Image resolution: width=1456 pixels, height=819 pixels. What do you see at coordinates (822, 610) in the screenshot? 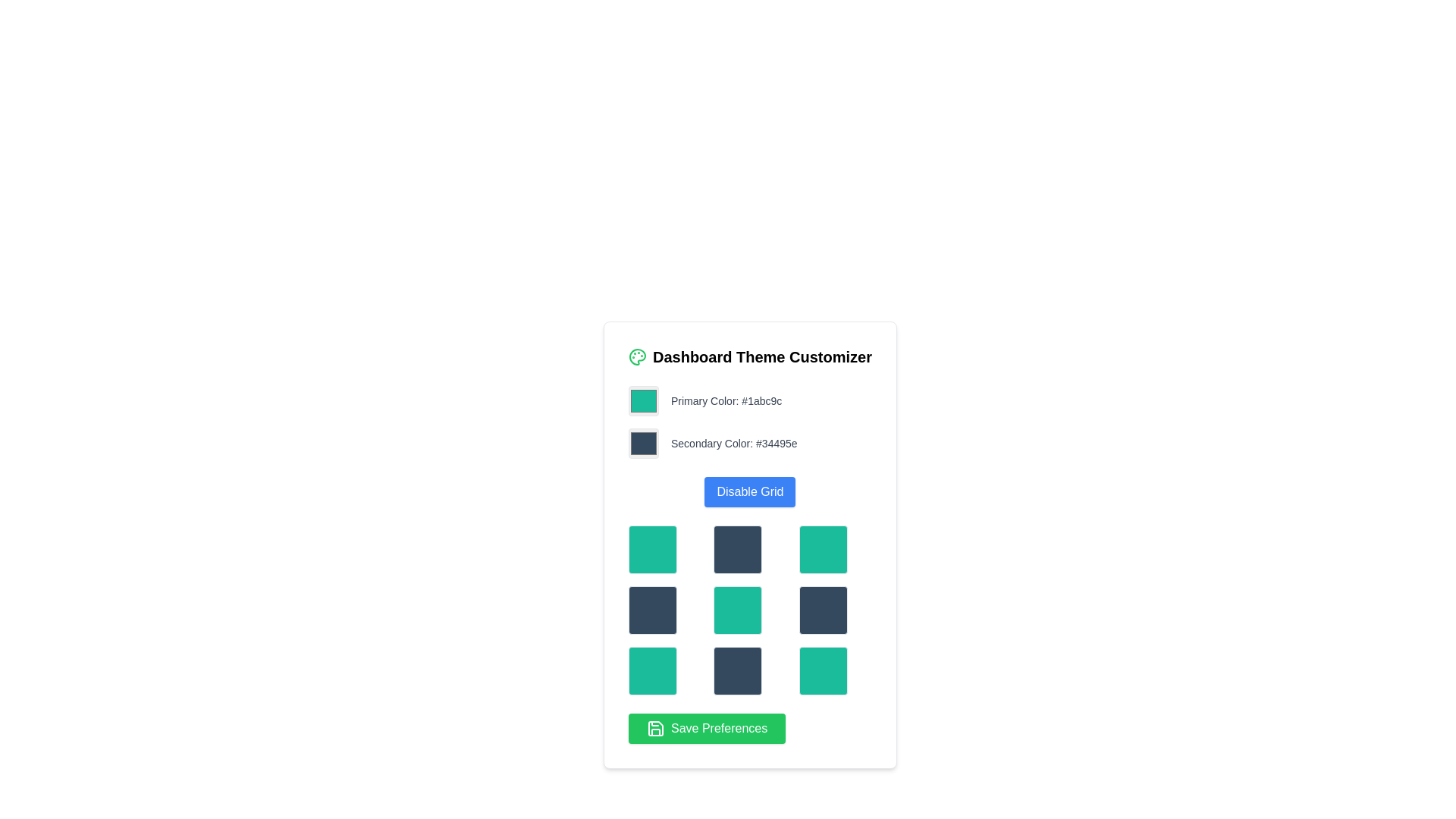
I see `the sixth selectable grid cell in the 3x3 color selection grid` at bounding box center [822, 610].